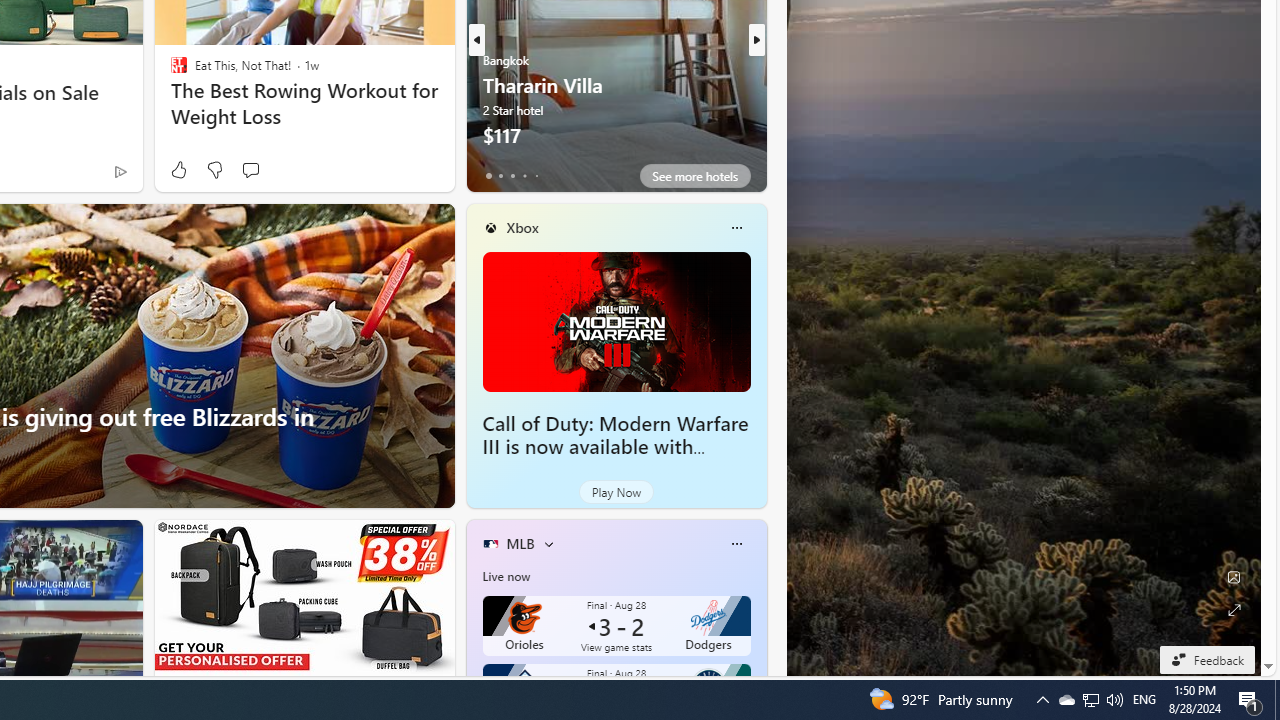  I want to click on 'tab-0', so click(488, 175).